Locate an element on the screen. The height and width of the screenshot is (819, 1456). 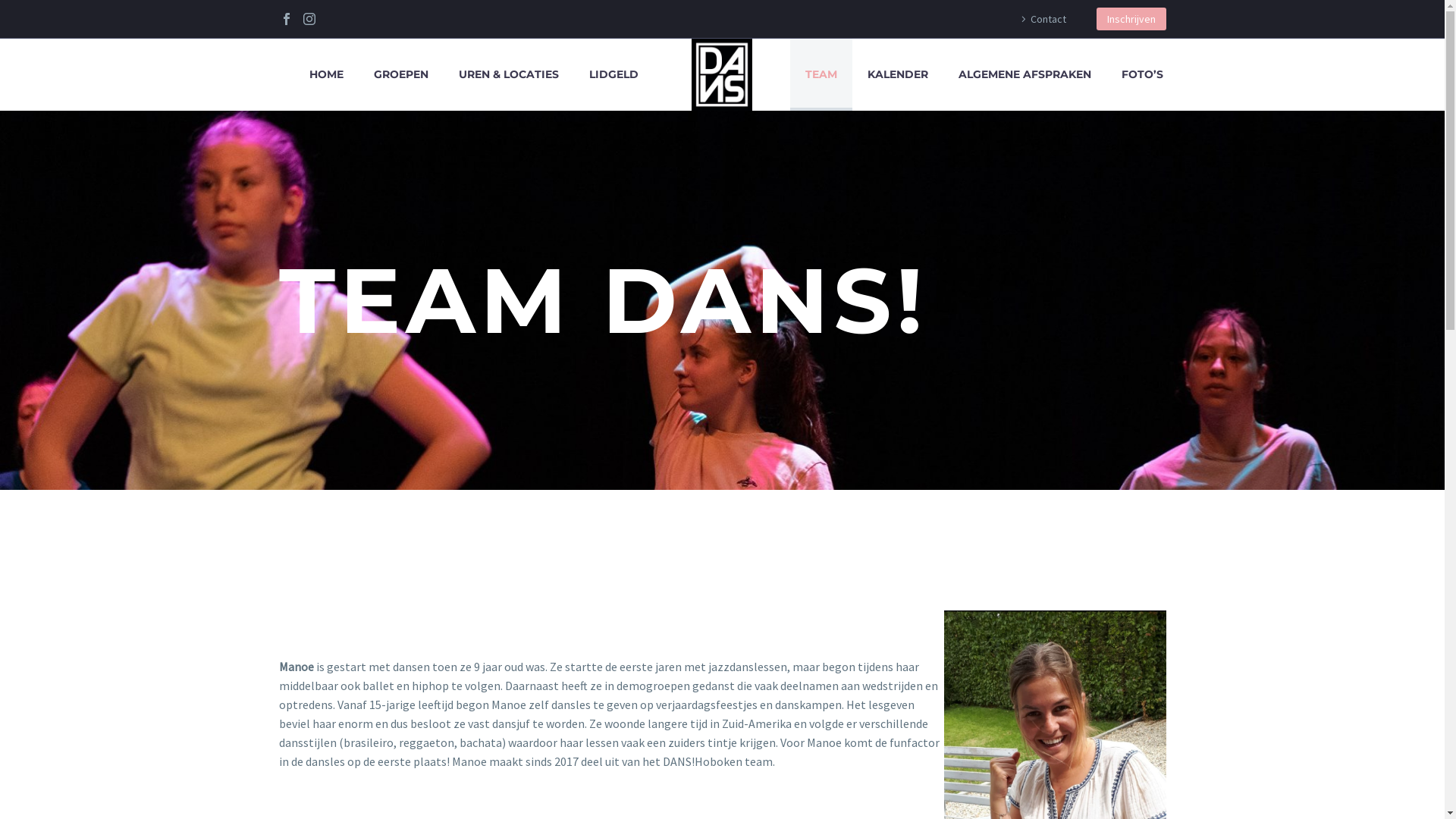
'Contact' is located at coordinates (1040, 18).